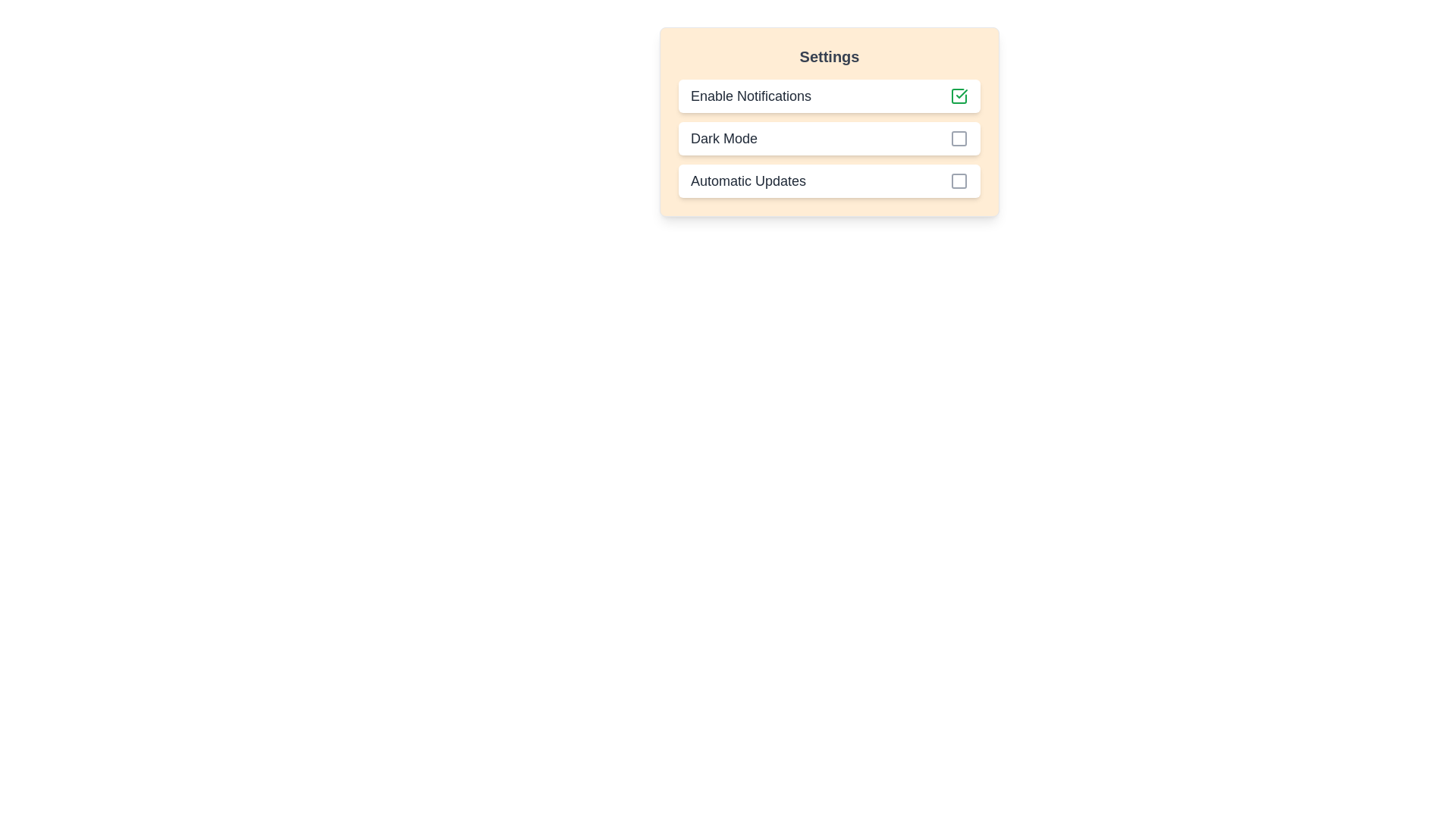  Describe the element at coordinates (959, 180) in the screenshot. I see `the decorative square element inside the checkbox for 'Automatic Updates' in the 'Settings' pane` at that location.